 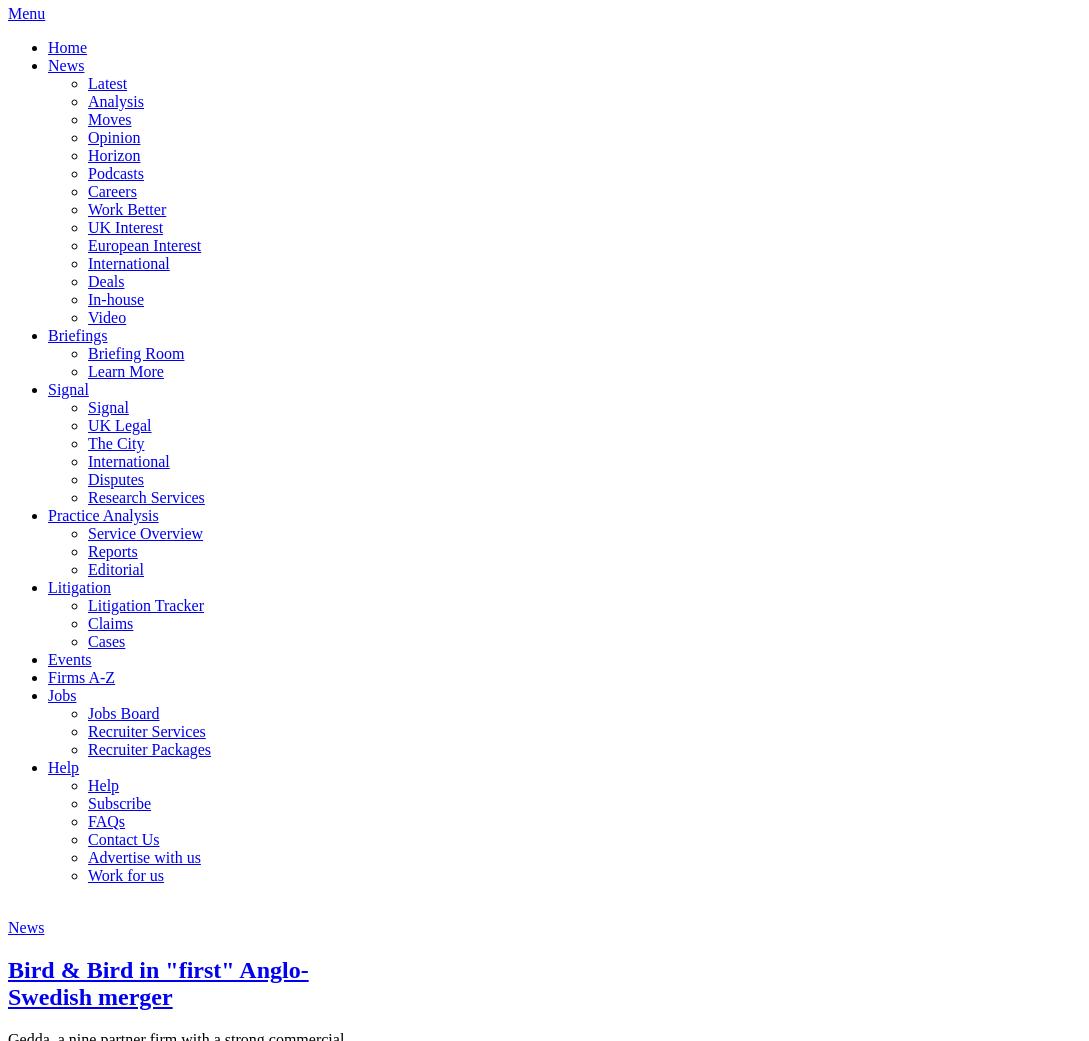 I want to click on 'Latest', so click(x=87, y=81).